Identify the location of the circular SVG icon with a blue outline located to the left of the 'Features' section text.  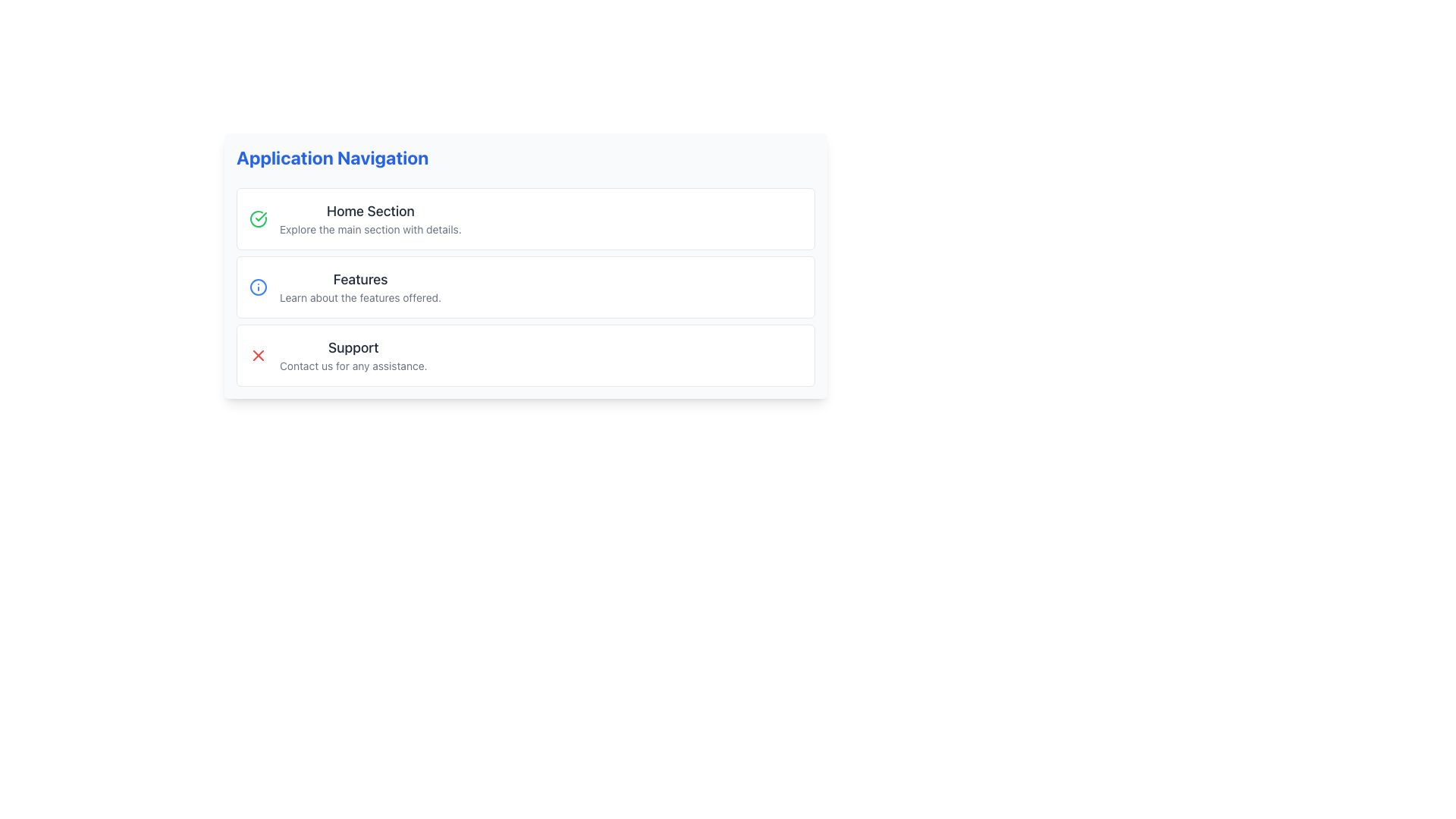
(258, 287).